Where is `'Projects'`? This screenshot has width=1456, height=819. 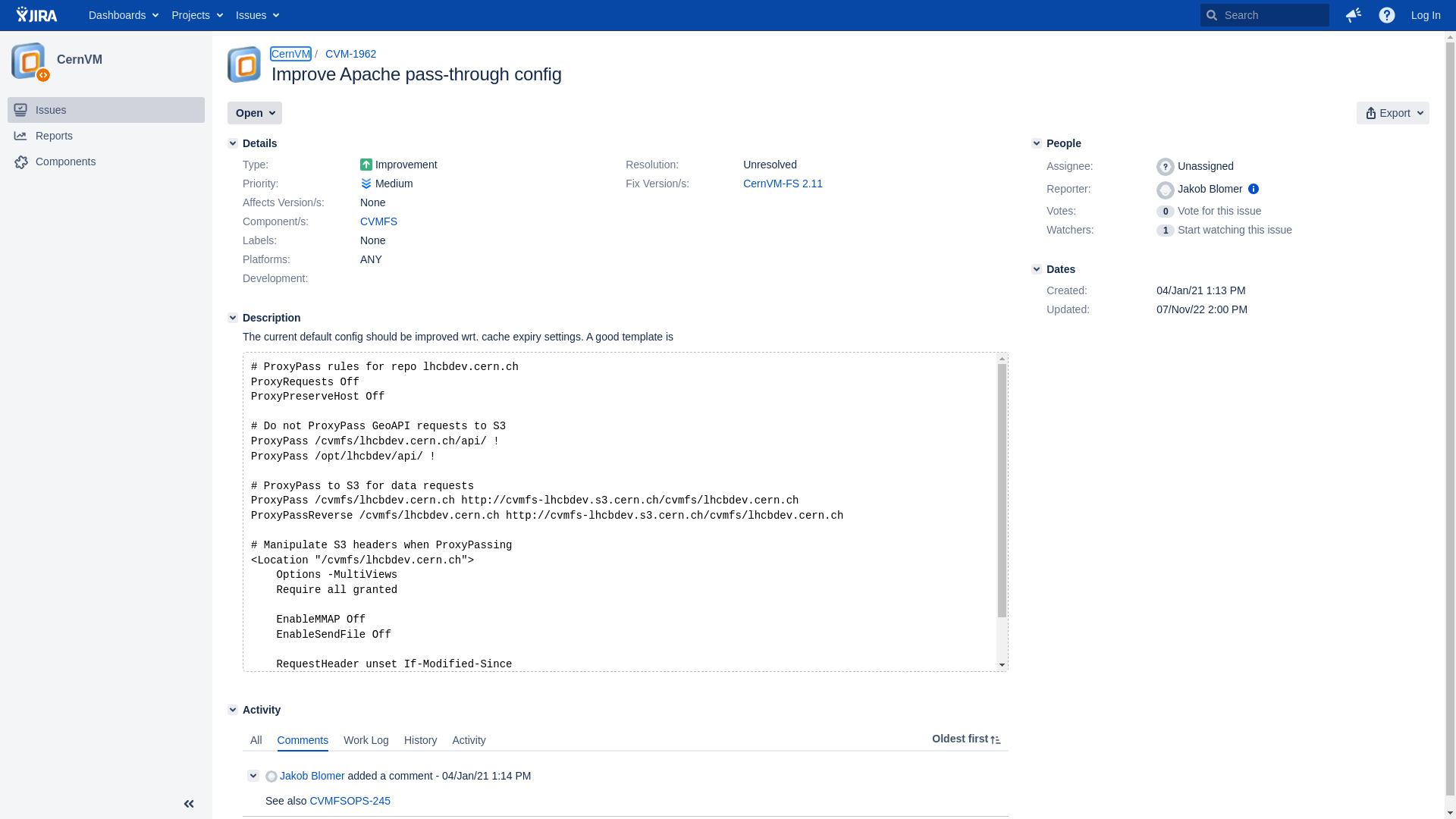 'Projects' is located at coordinates (195, 14).